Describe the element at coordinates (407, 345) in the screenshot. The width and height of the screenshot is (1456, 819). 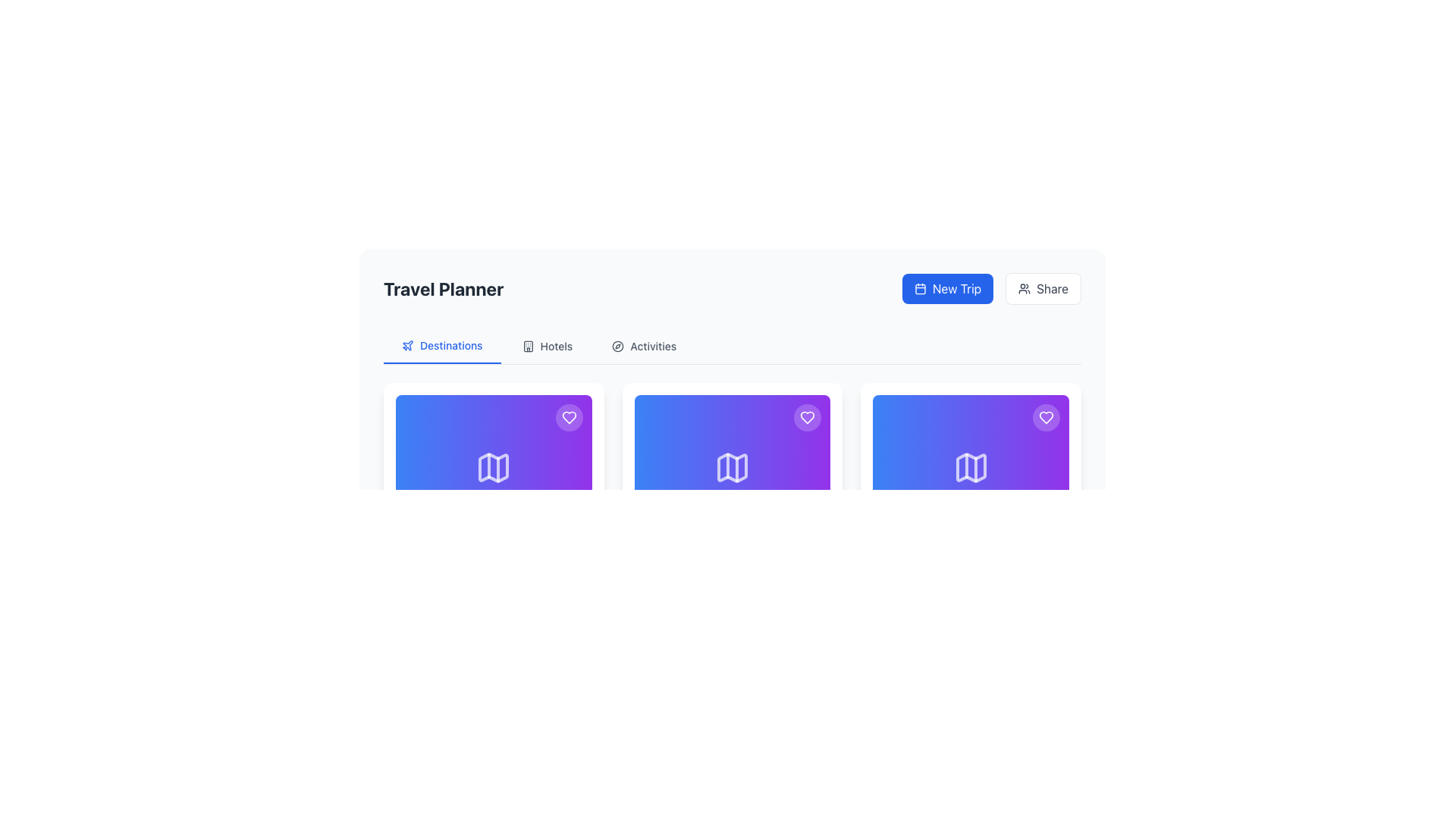
I see `the small blue airplane icon with a line-art design located to the left of the 'Destinations' text label in the navigation bar` at that location.